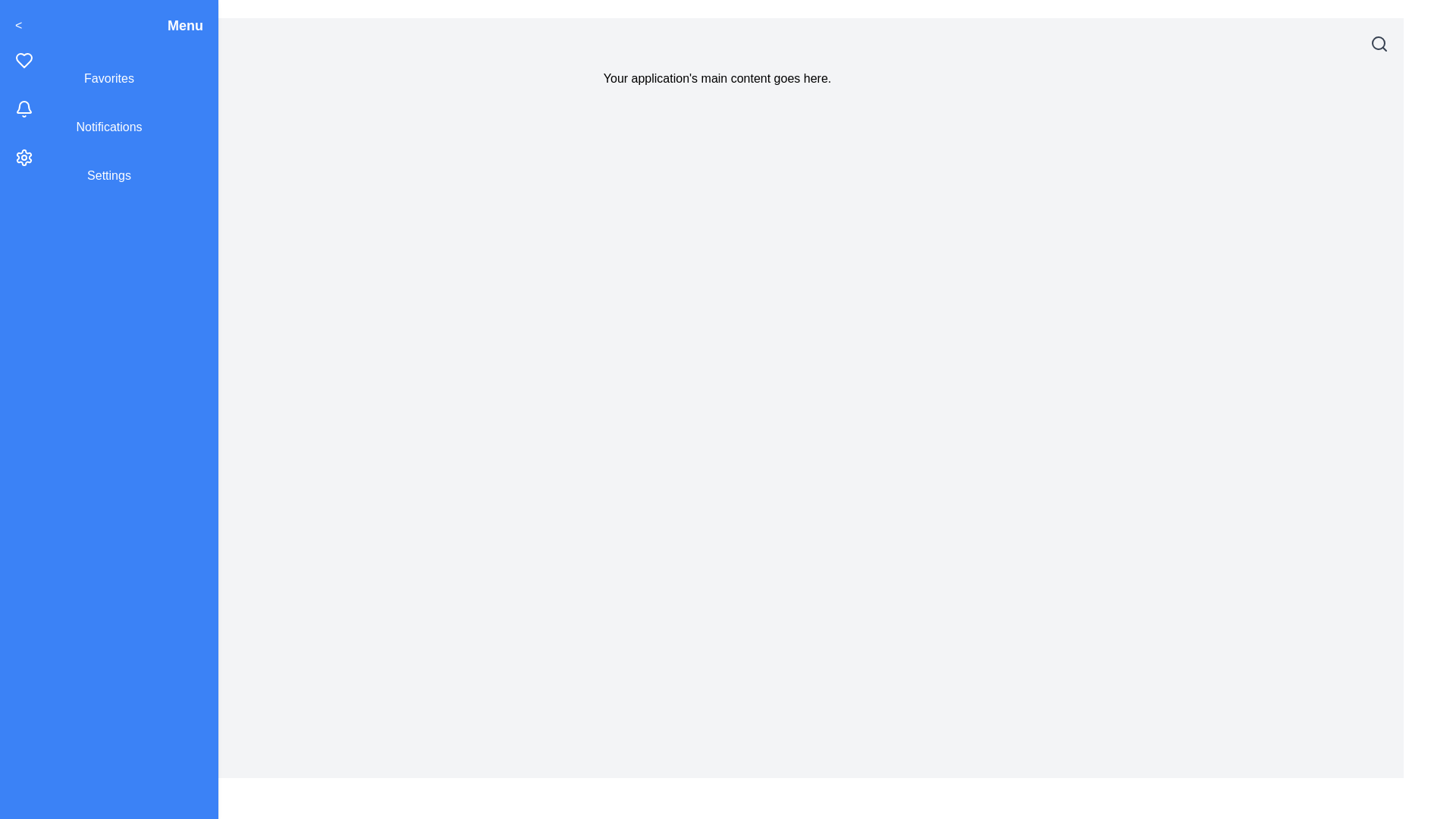 The width and height of the screenshot is (1456, 819). Describe the element at coordinates (1379, 42) in the screenshot. I see `the search icon located at the top-right corner of the screen` at that location.